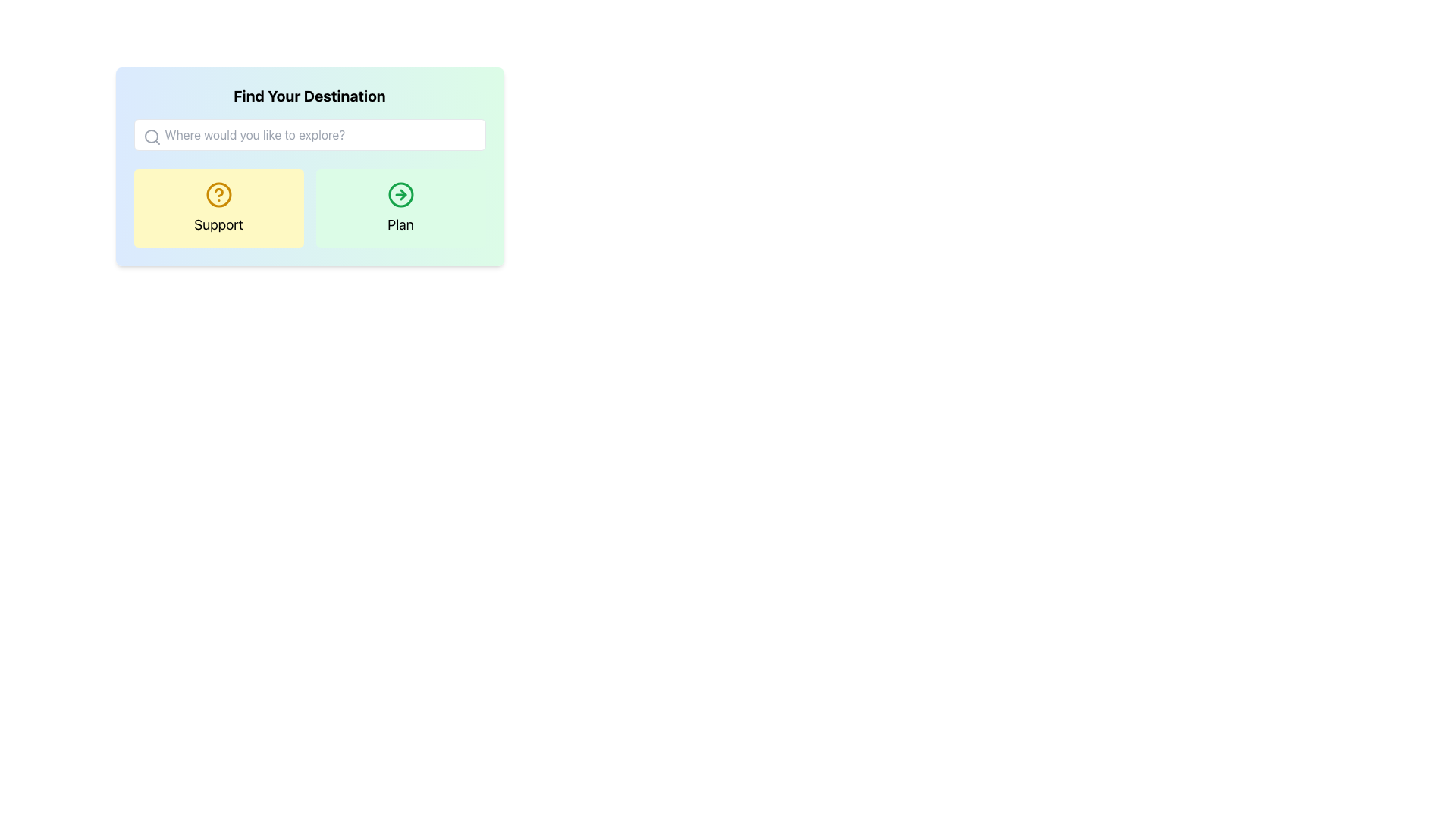 The width and height of the screenshot is (1456, 819). I want to click on the SVG Circle Element that represents the main circular part of the search icon, indicating the input field is for search or exploration purposes, so click(151, 136).